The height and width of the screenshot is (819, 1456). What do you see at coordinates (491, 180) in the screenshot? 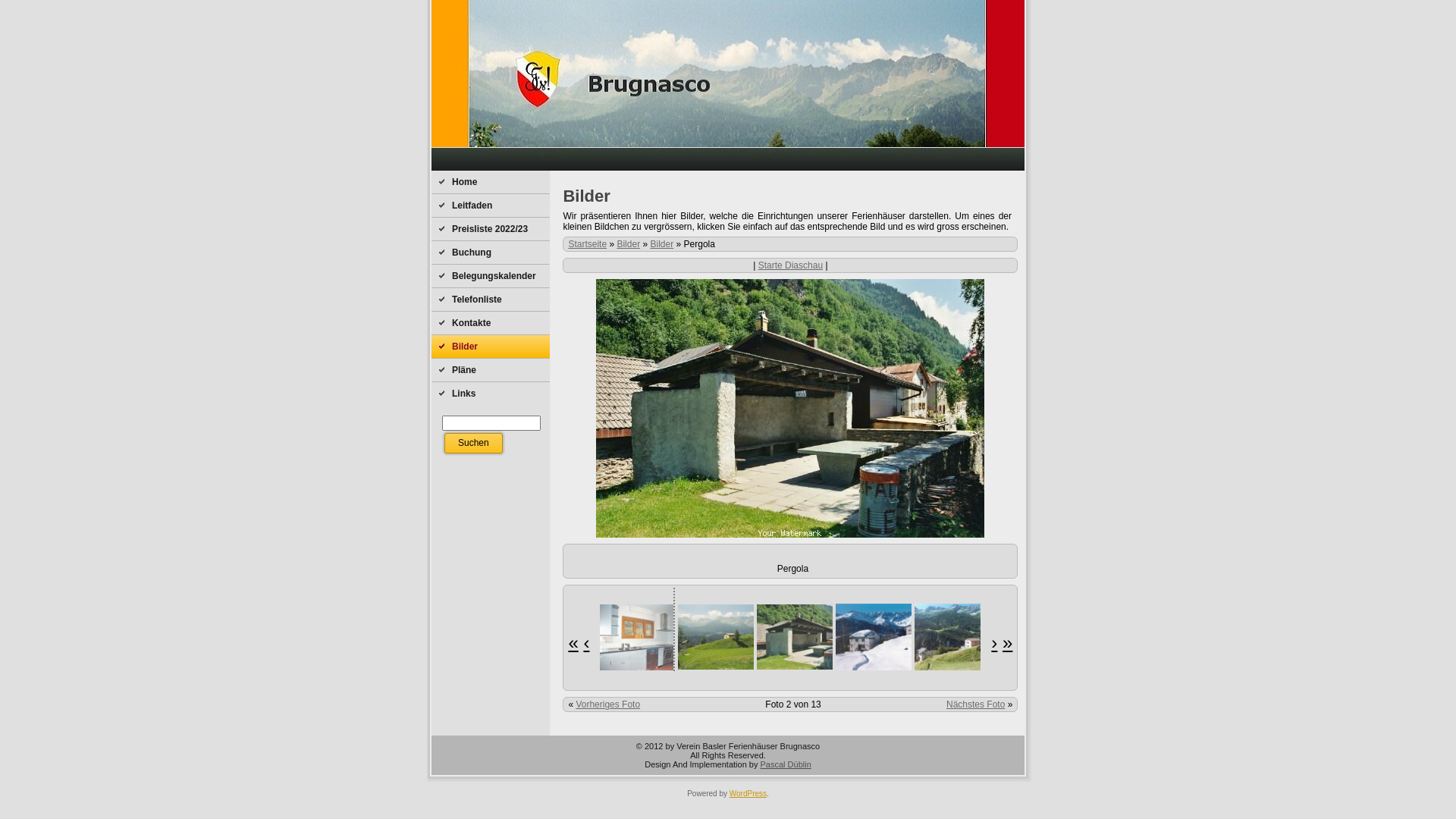
I see `'Home'` at bounding box center [491, 180].